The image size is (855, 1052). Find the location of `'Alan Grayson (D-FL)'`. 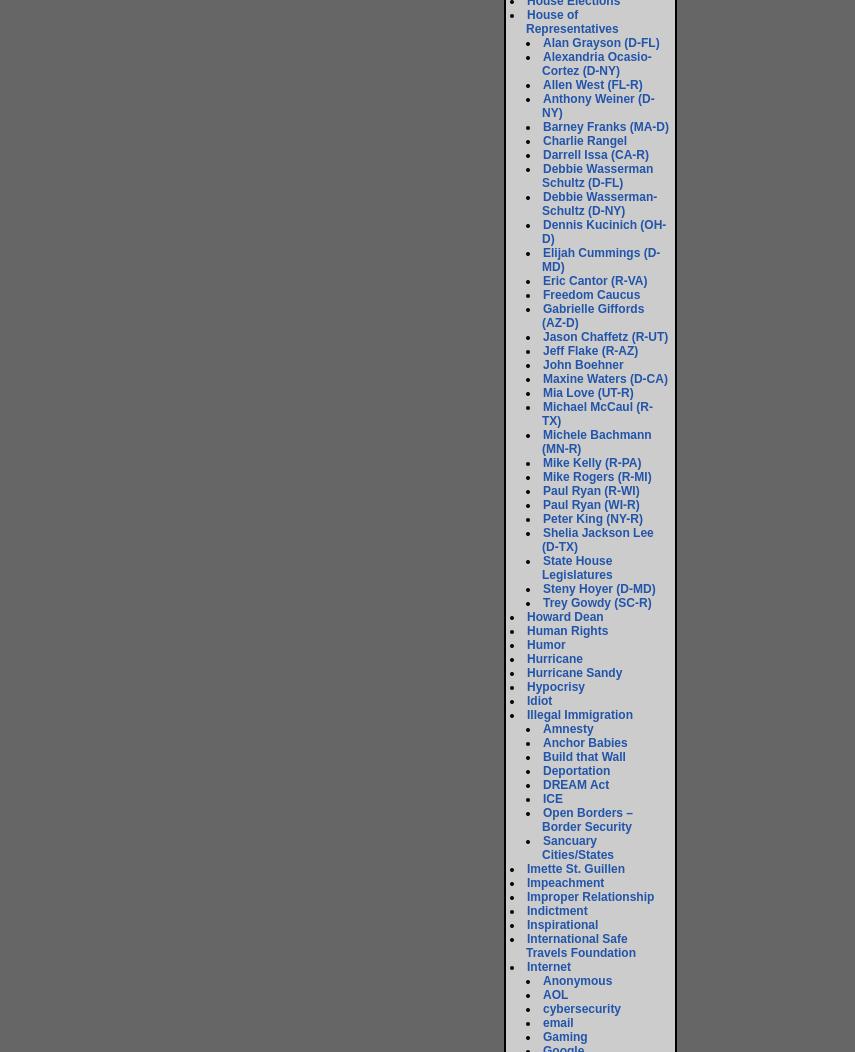

'Alan Grayson (D-FL)' is located at coordinates (543, 43).